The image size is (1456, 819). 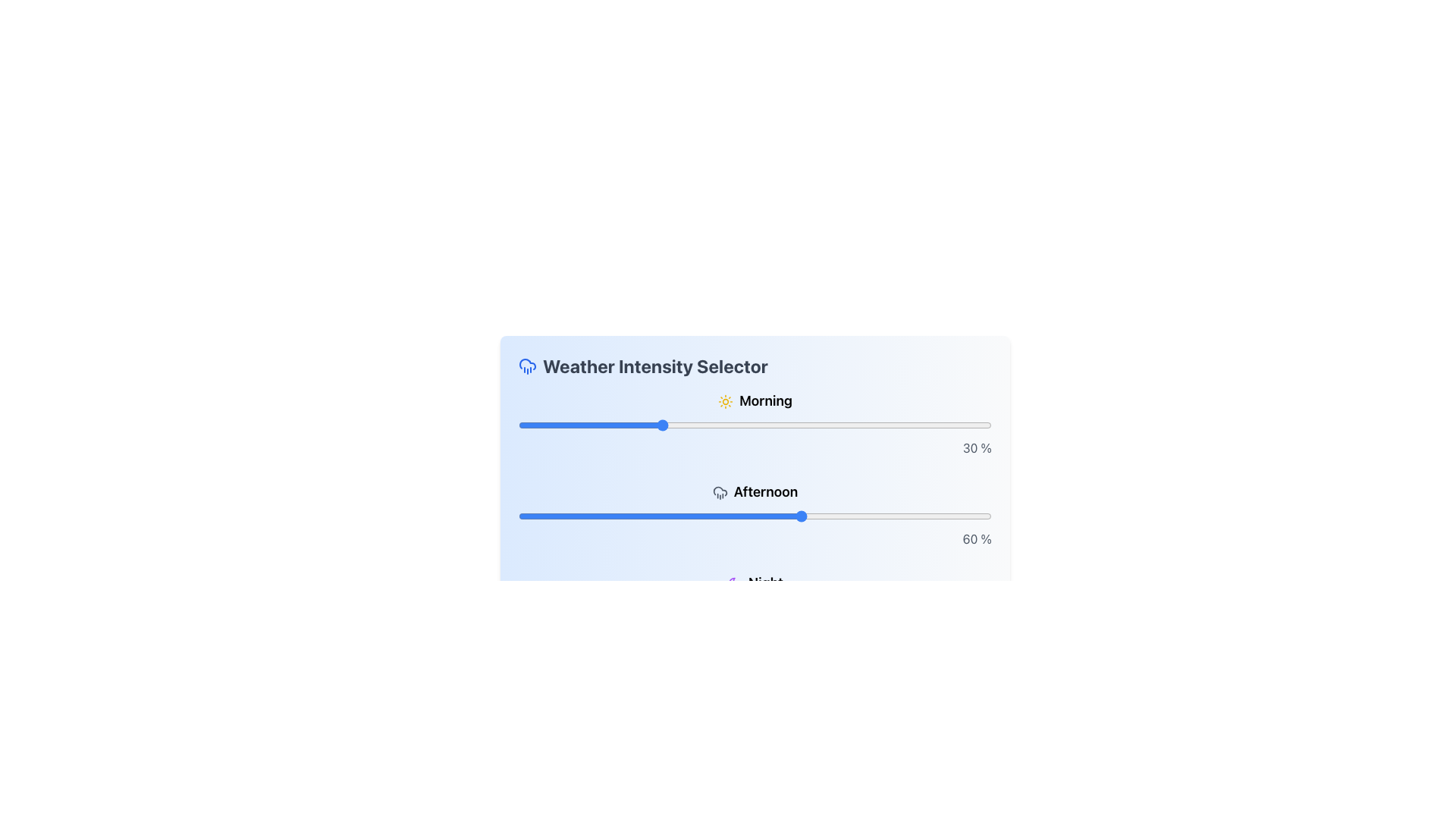 What do you see at coordinates (745, 516) in the screenshot?
I see `the afternoon slider` at bounding box center [745, 516].